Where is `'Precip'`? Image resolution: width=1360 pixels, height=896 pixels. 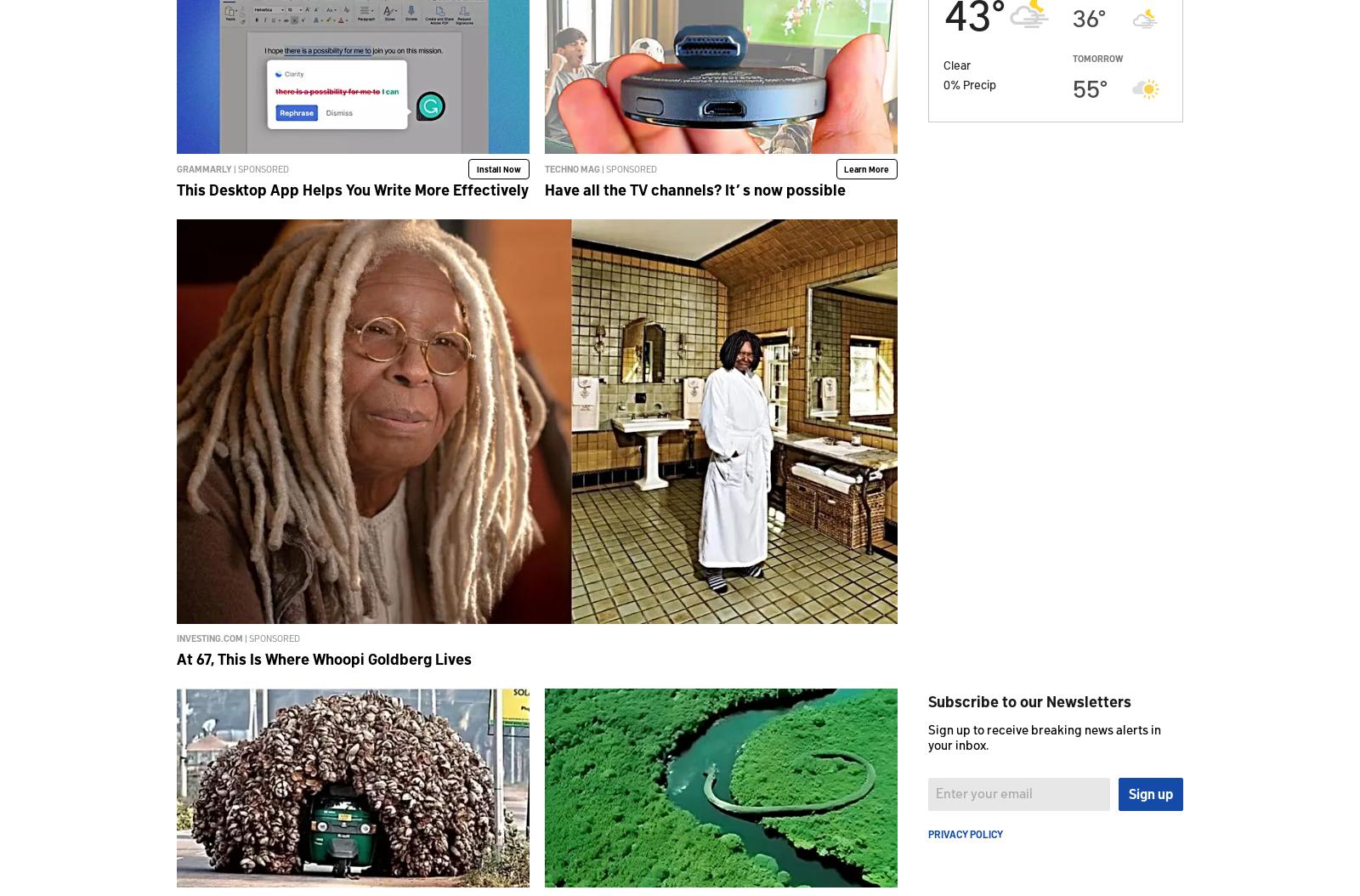
'Precip' is located at coordinates (979, 82).